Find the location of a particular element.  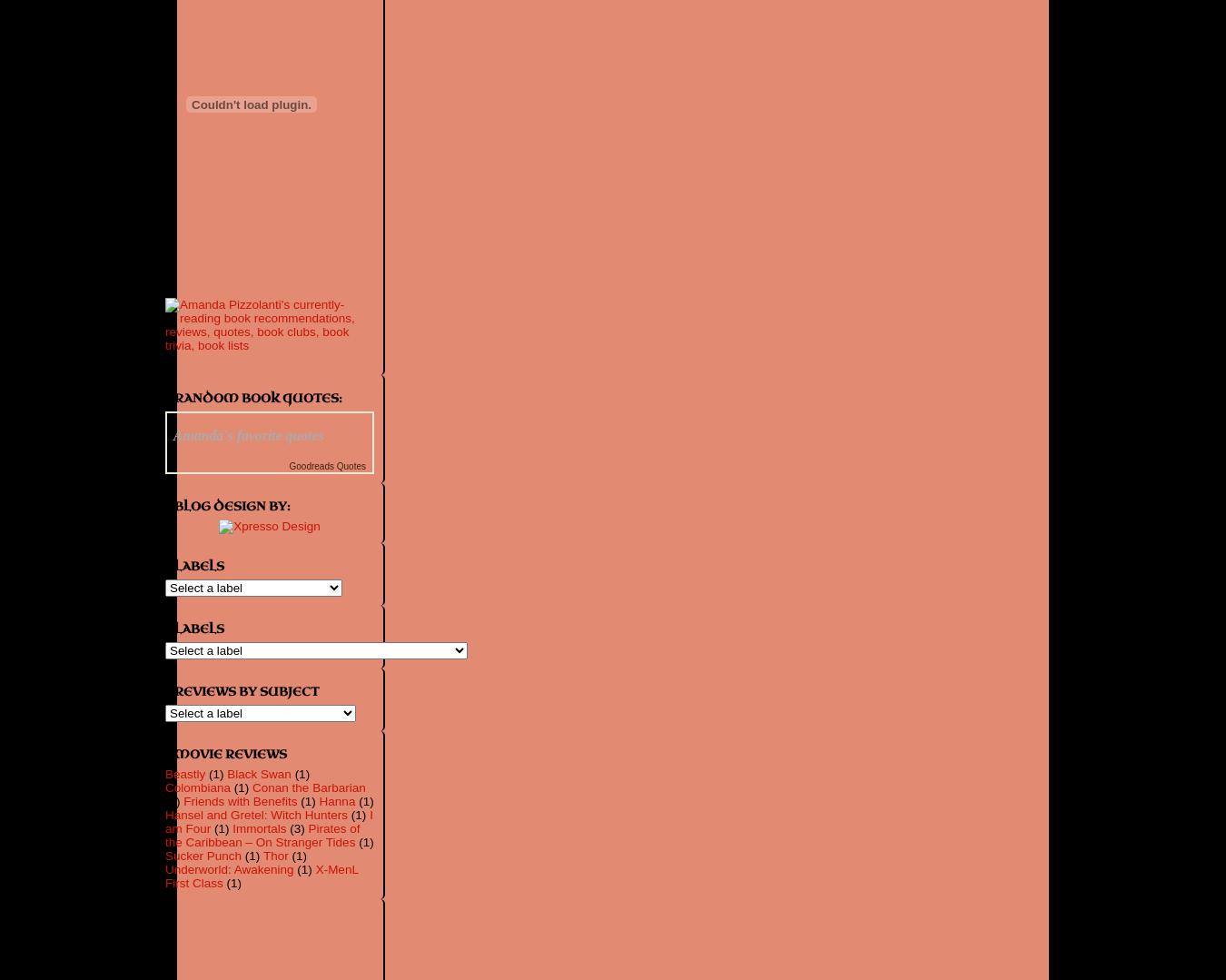

'Goodreads Quotes' is located at coordinates (327, 466).